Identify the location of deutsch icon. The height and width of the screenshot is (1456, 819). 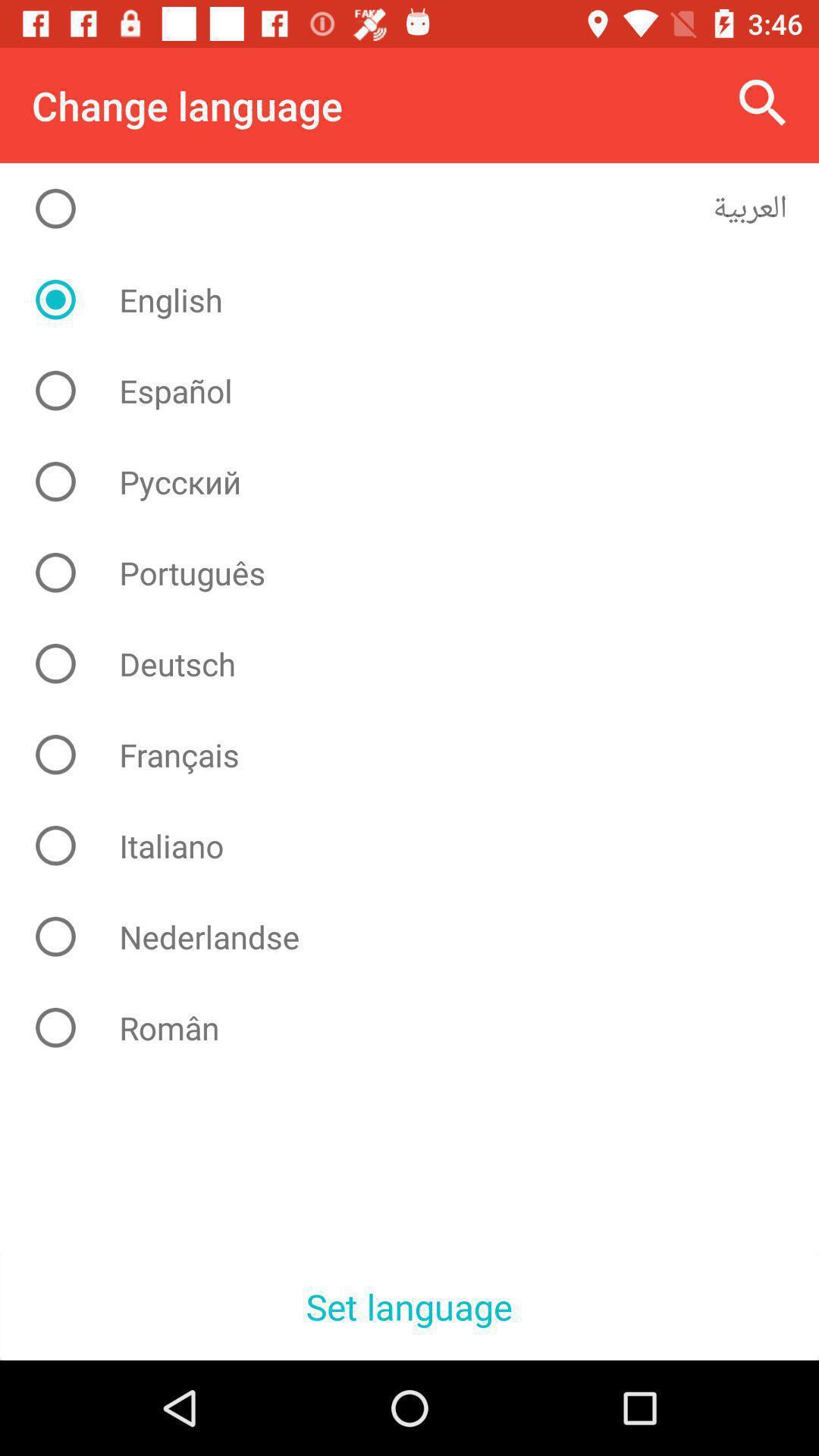
(421, 664).